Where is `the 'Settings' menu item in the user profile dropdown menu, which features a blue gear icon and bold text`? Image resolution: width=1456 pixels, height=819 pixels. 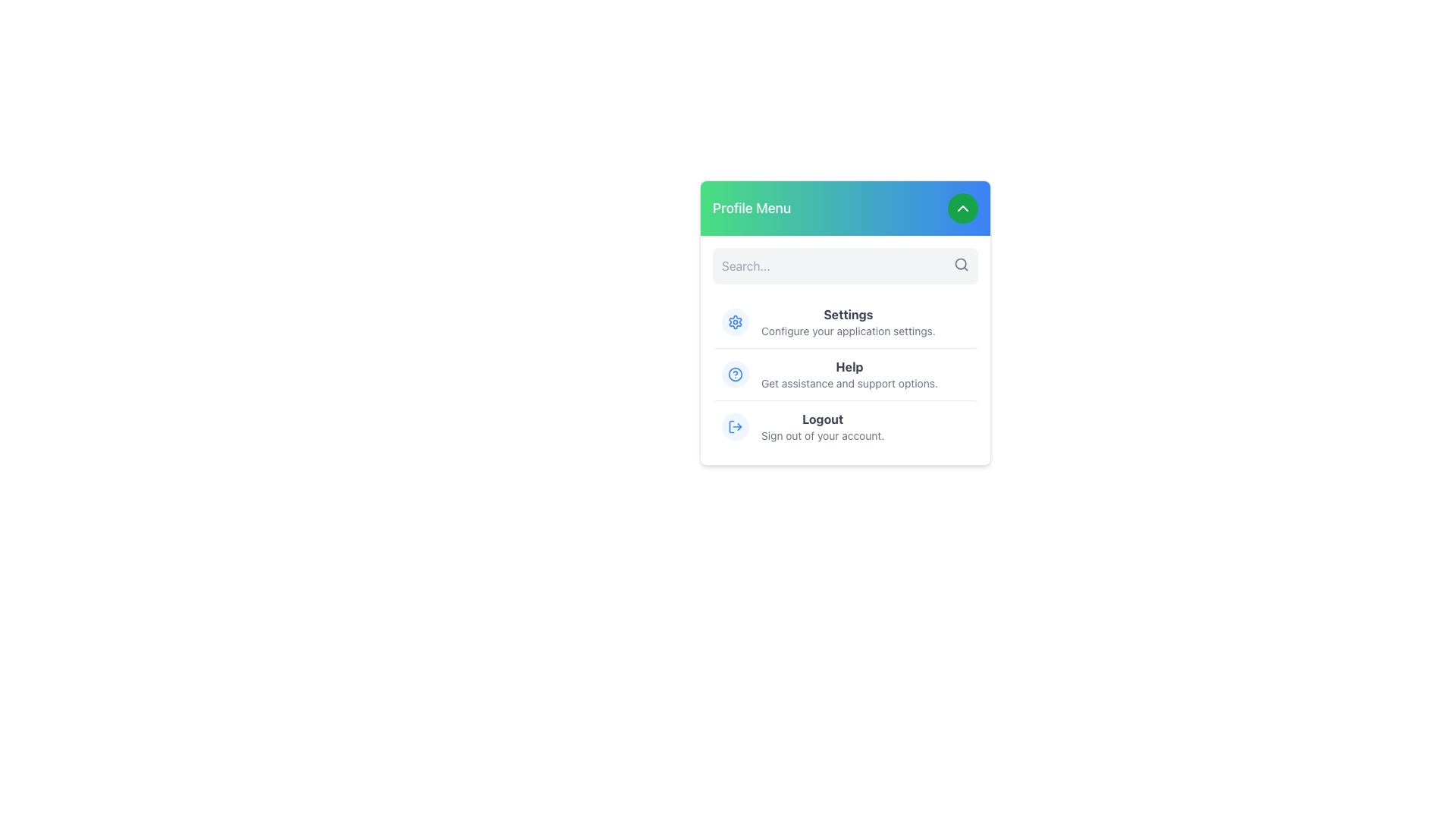
the 'Settings' menu item in the user profile dropdown menu, which features a blue gear icon and bold text is located at coordinates (844, 321).